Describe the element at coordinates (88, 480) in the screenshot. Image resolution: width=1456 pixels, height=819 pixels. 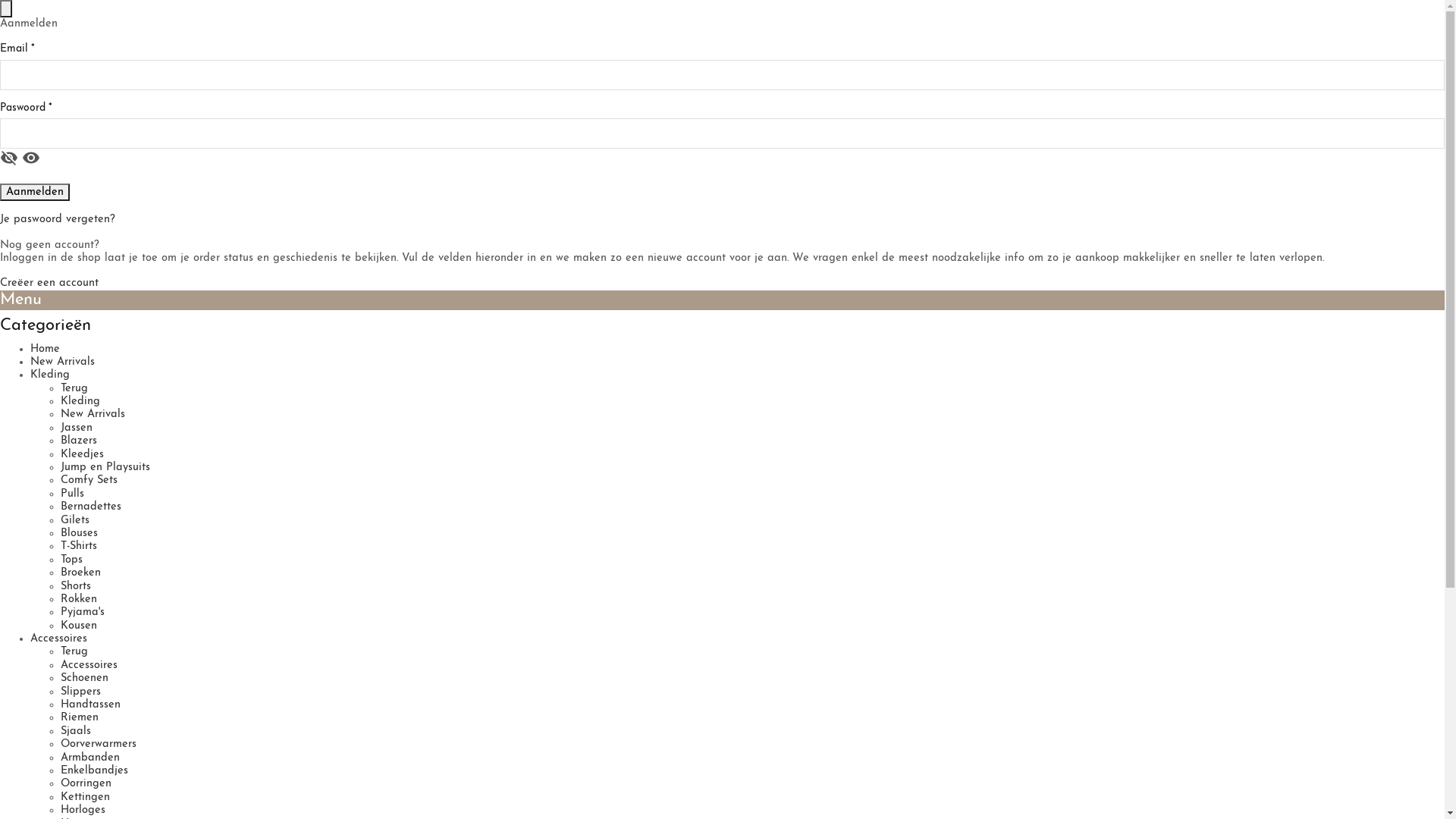
I see `'Comfy Sets'` at that location.